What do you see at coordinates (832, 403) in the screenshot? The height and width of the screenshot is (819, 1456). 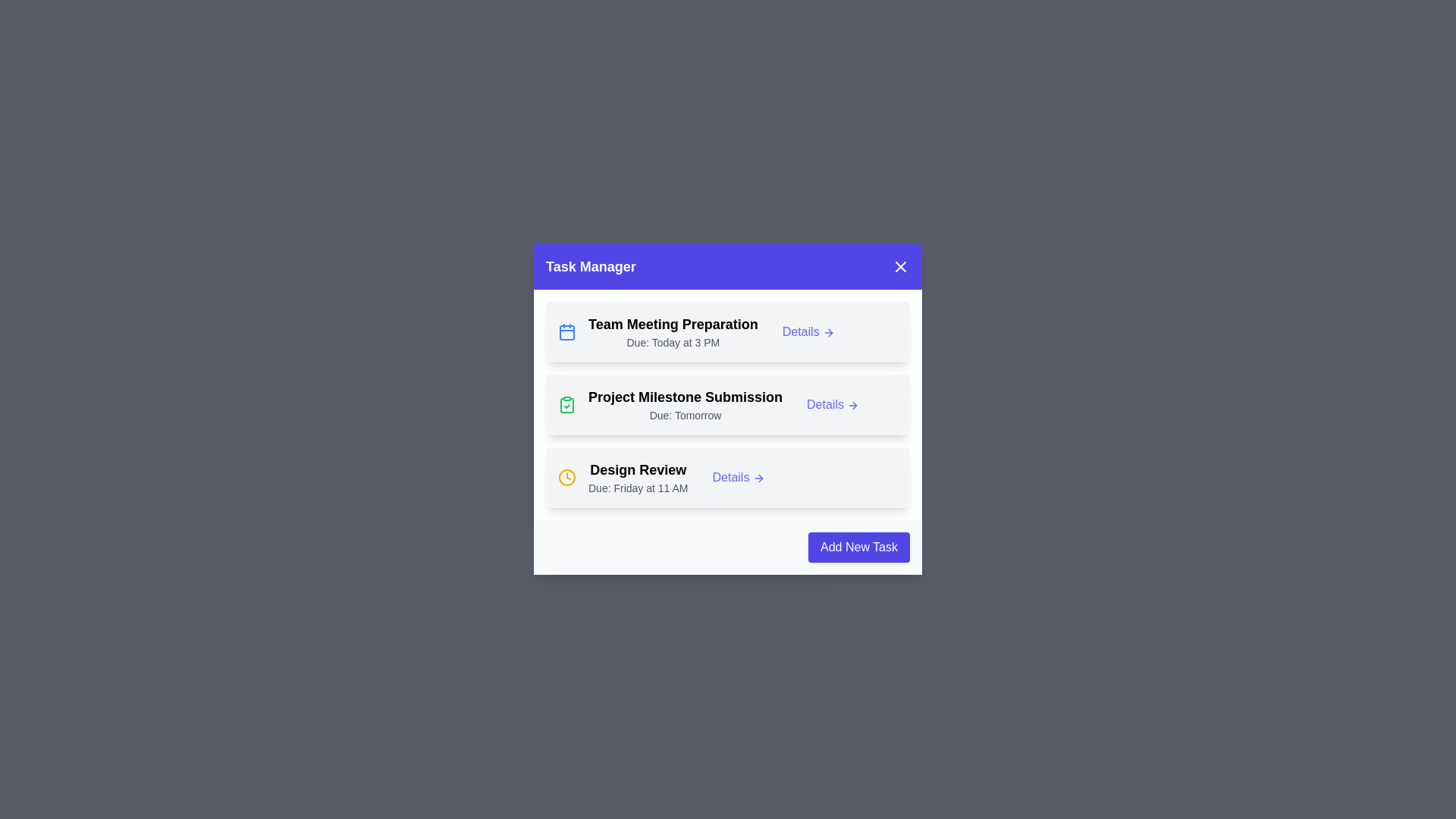 I see `the 'Details' button with indigo text located to the right of 'Project Milestone Submission'` at bounding box center [832, 403].